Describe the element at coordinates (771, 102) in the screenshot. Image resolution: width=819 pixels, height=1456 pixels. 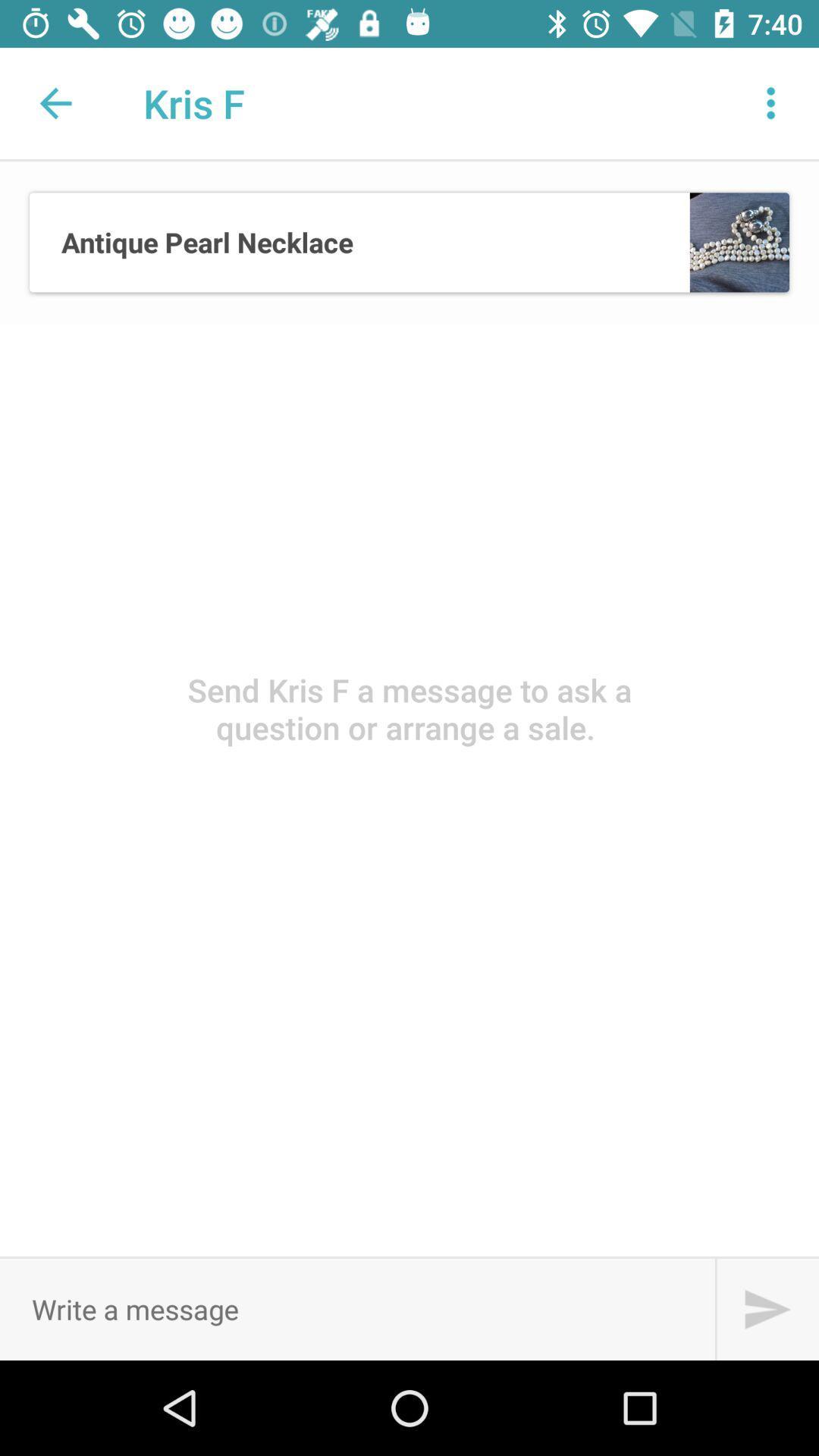
I see `the icon to the right of kris f item` at that location.